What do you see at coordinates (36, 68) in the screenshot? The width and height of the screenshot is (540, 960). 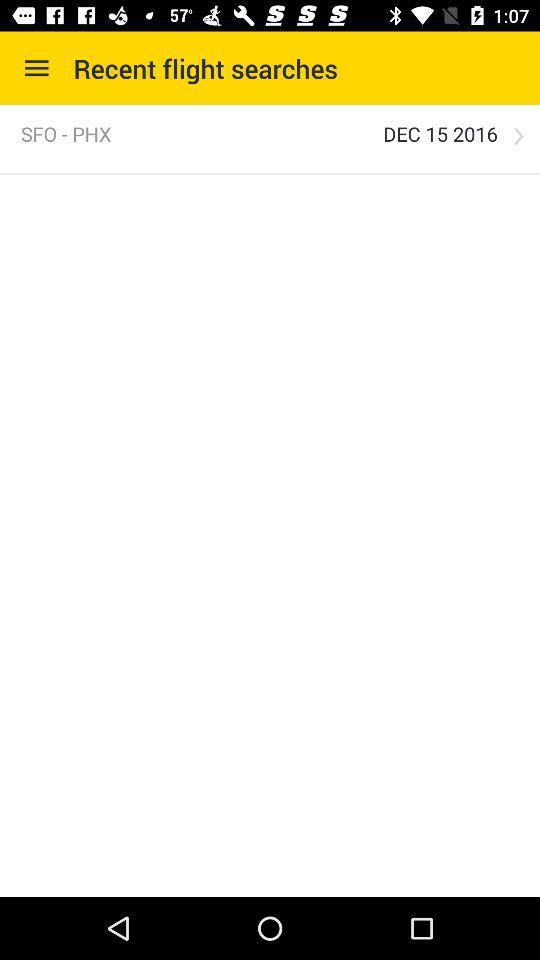 I see `the item next to the recent flight searches icon` at bounding box center [36, 68].